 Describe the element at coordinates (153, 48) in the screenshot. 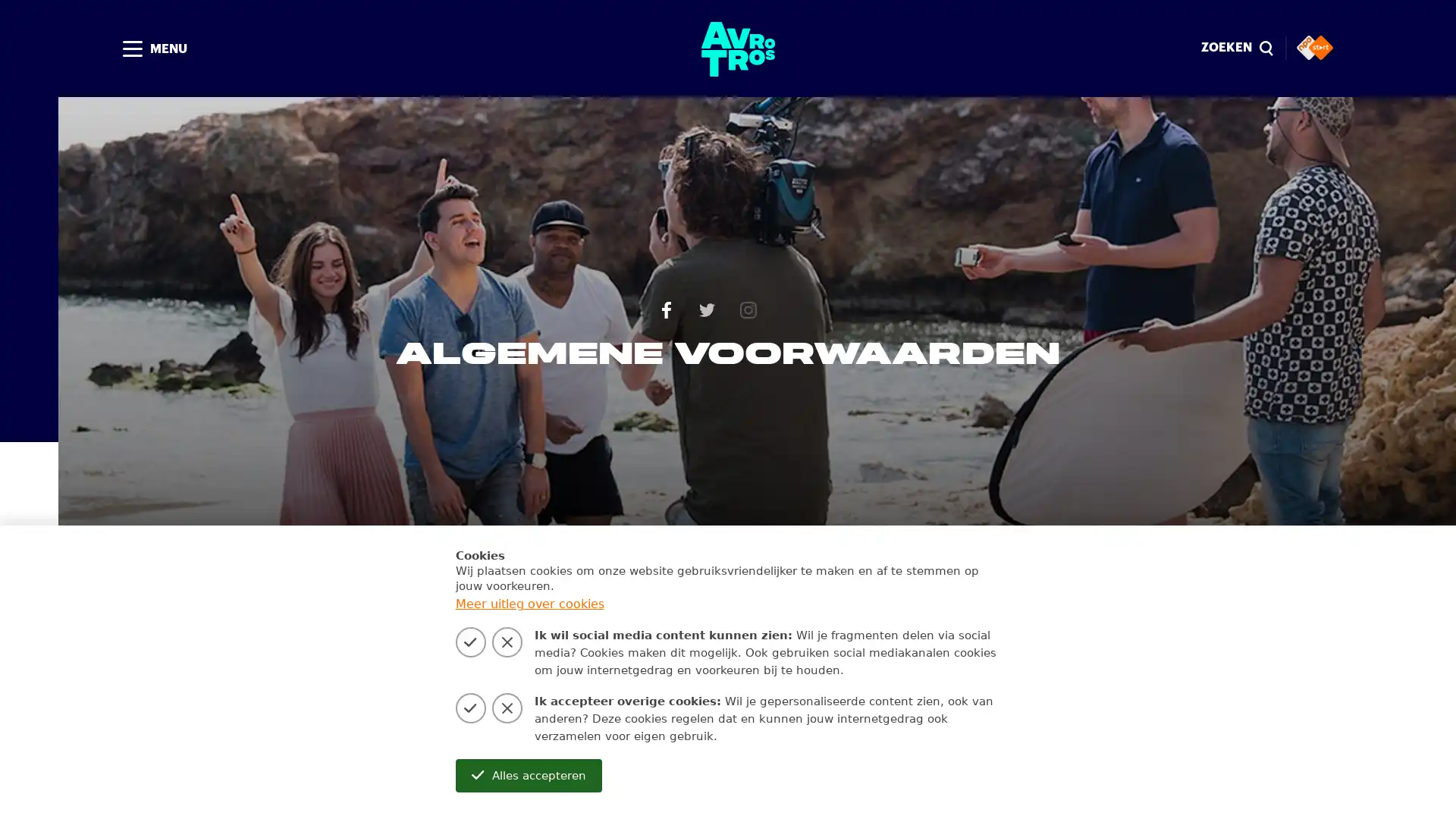

I see `MENU` at that location.